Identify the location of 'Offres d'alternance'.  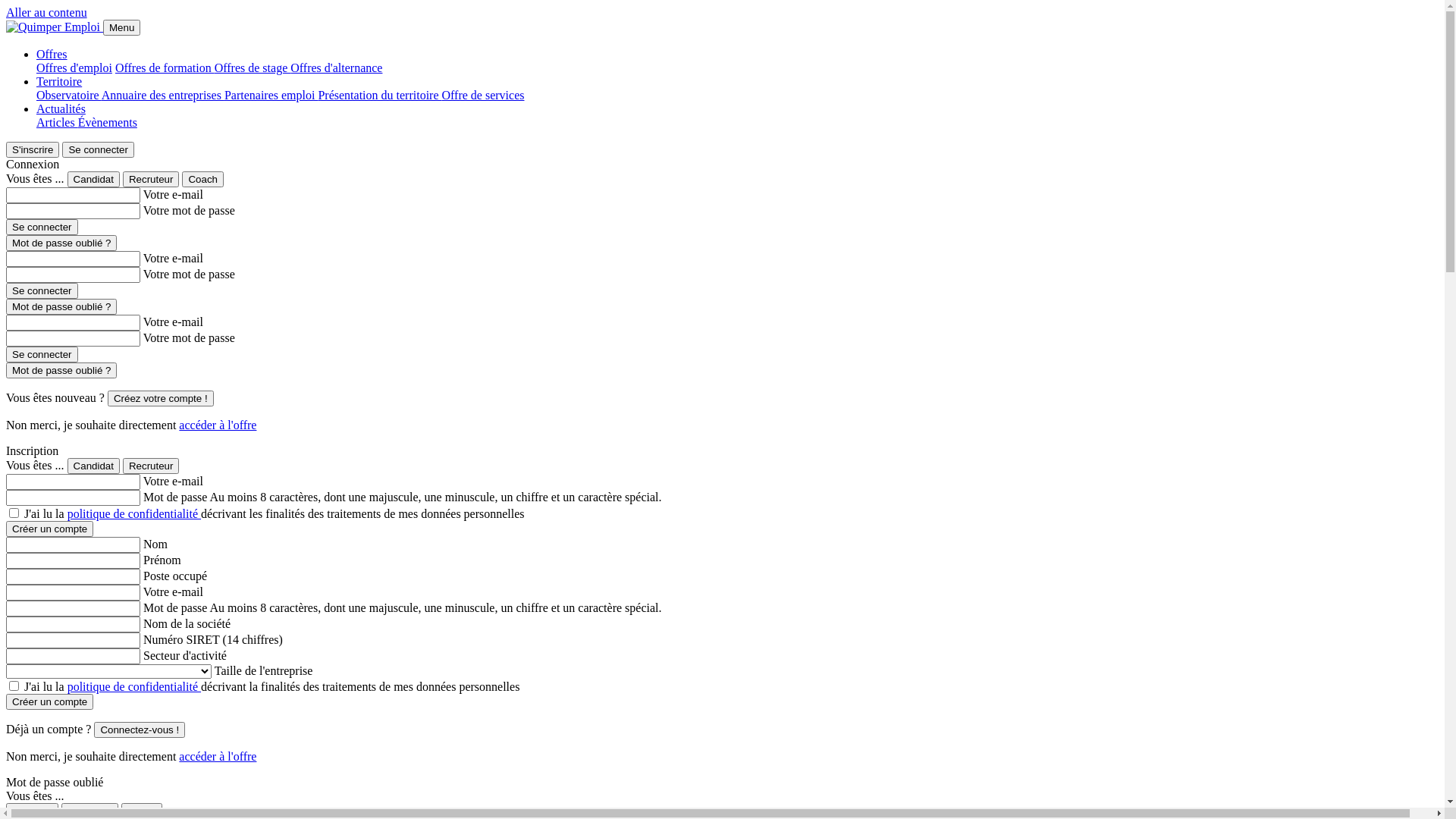
(335, 67).